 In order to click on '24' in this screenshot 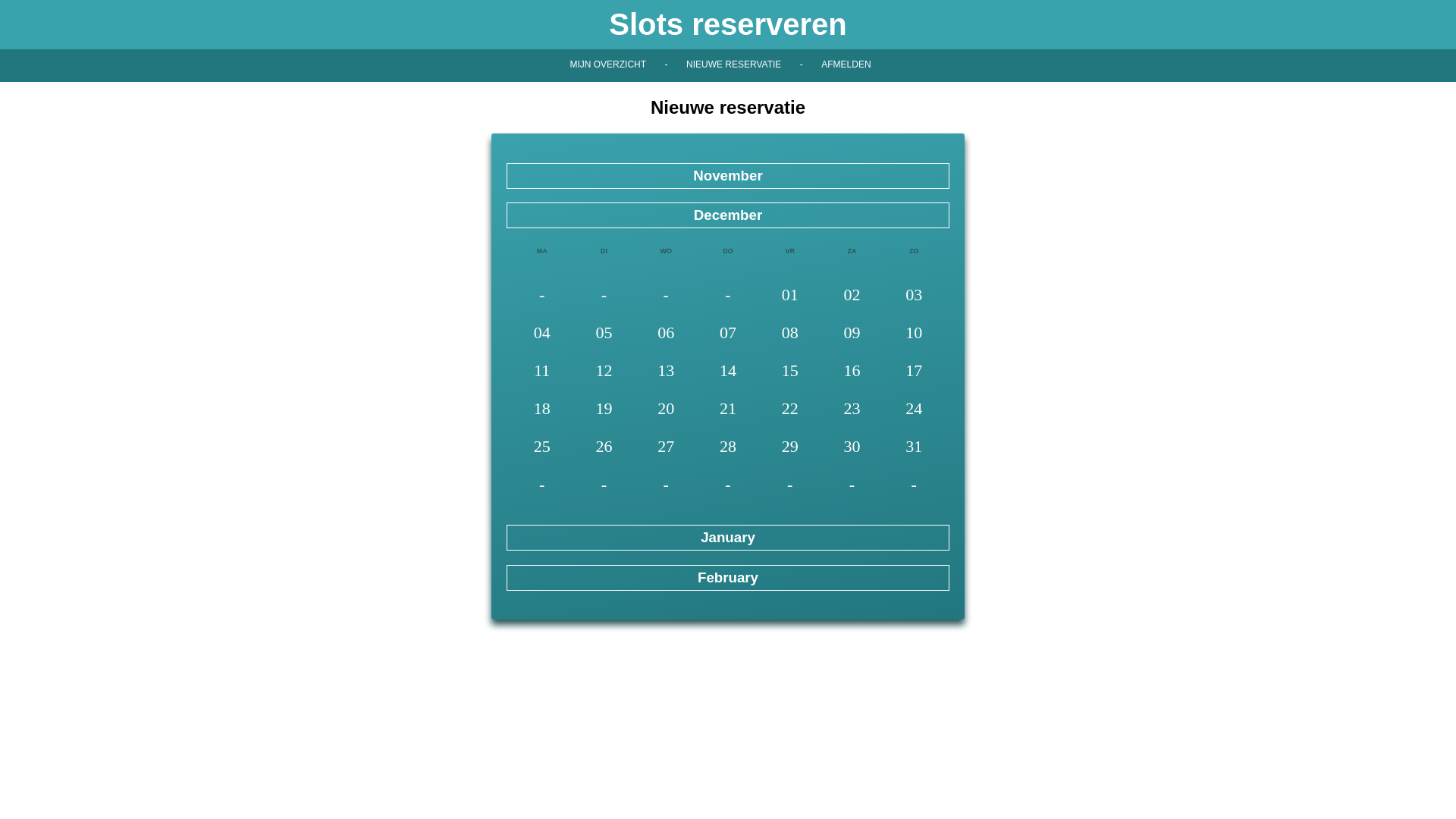, I will do `click(912, 409)`.